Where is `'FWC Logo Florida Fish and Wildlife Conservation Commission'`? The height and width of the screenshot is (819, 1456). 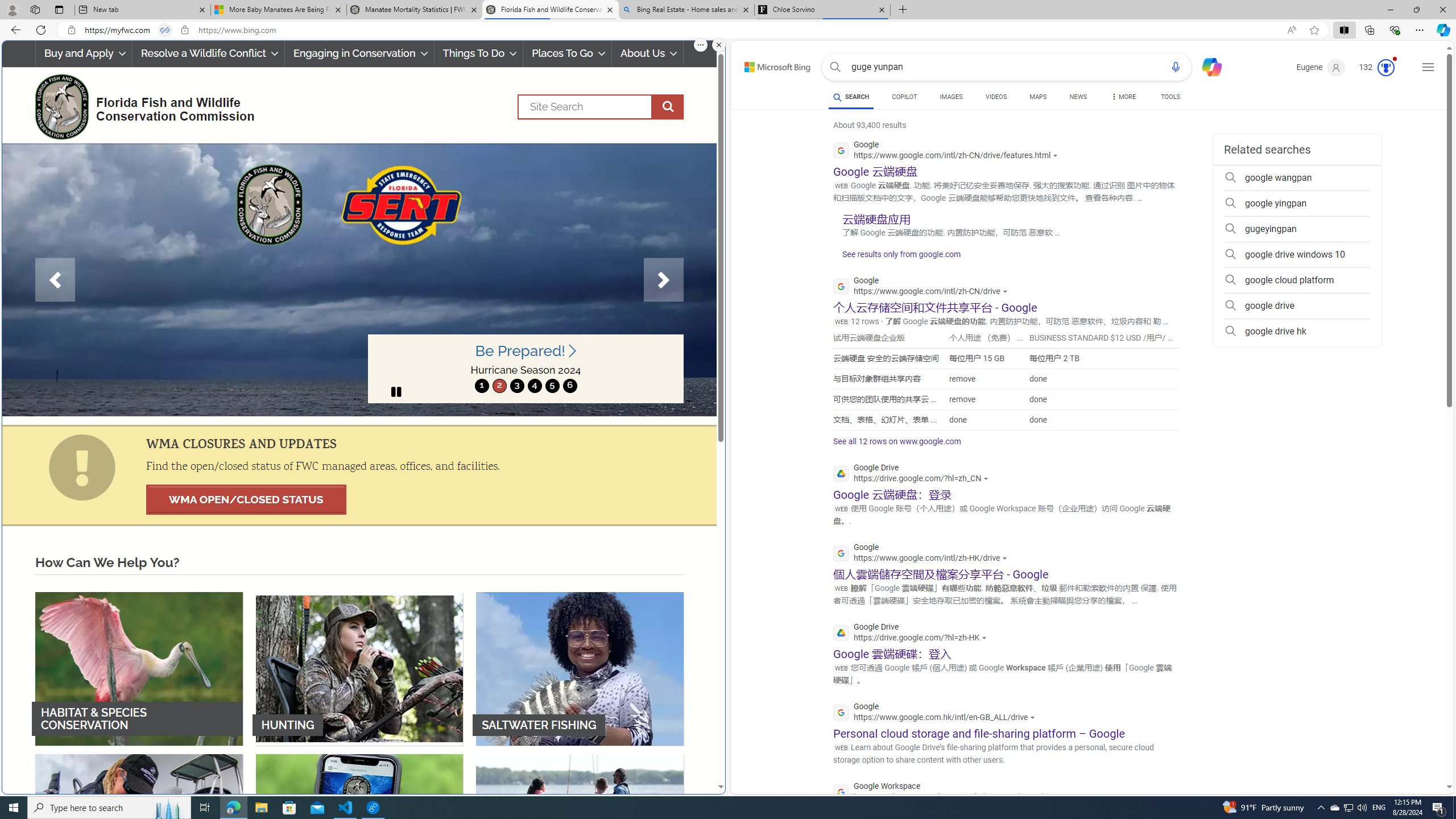
'FWC Logo Florida Fish and Wildlife Conservation Commission' is located at coordinates (139, 105).